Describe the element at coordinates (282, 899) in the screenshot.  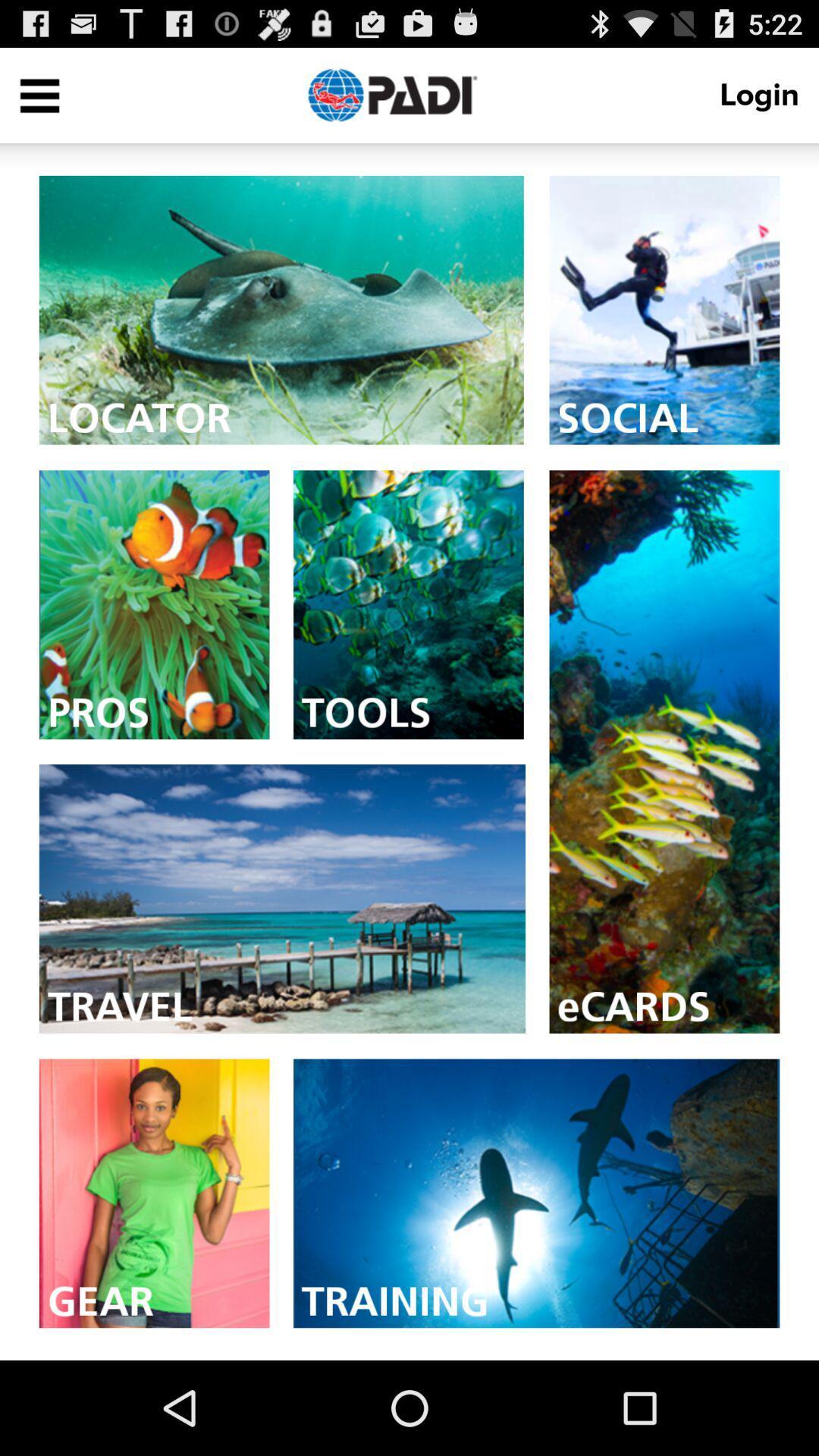
I see `travel` at that location.